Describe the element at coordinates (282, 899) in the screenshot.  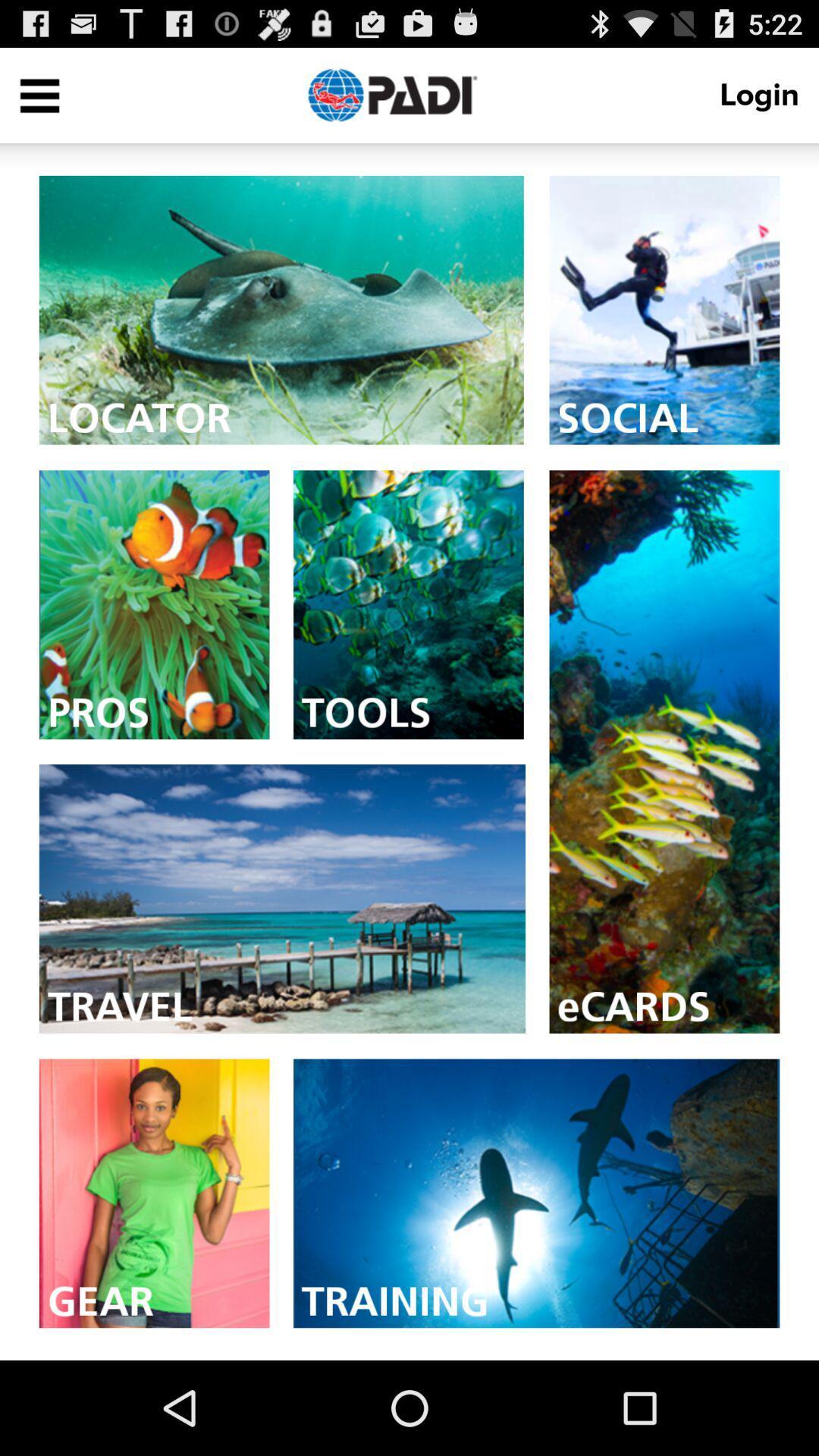
I see `travel` at that location.